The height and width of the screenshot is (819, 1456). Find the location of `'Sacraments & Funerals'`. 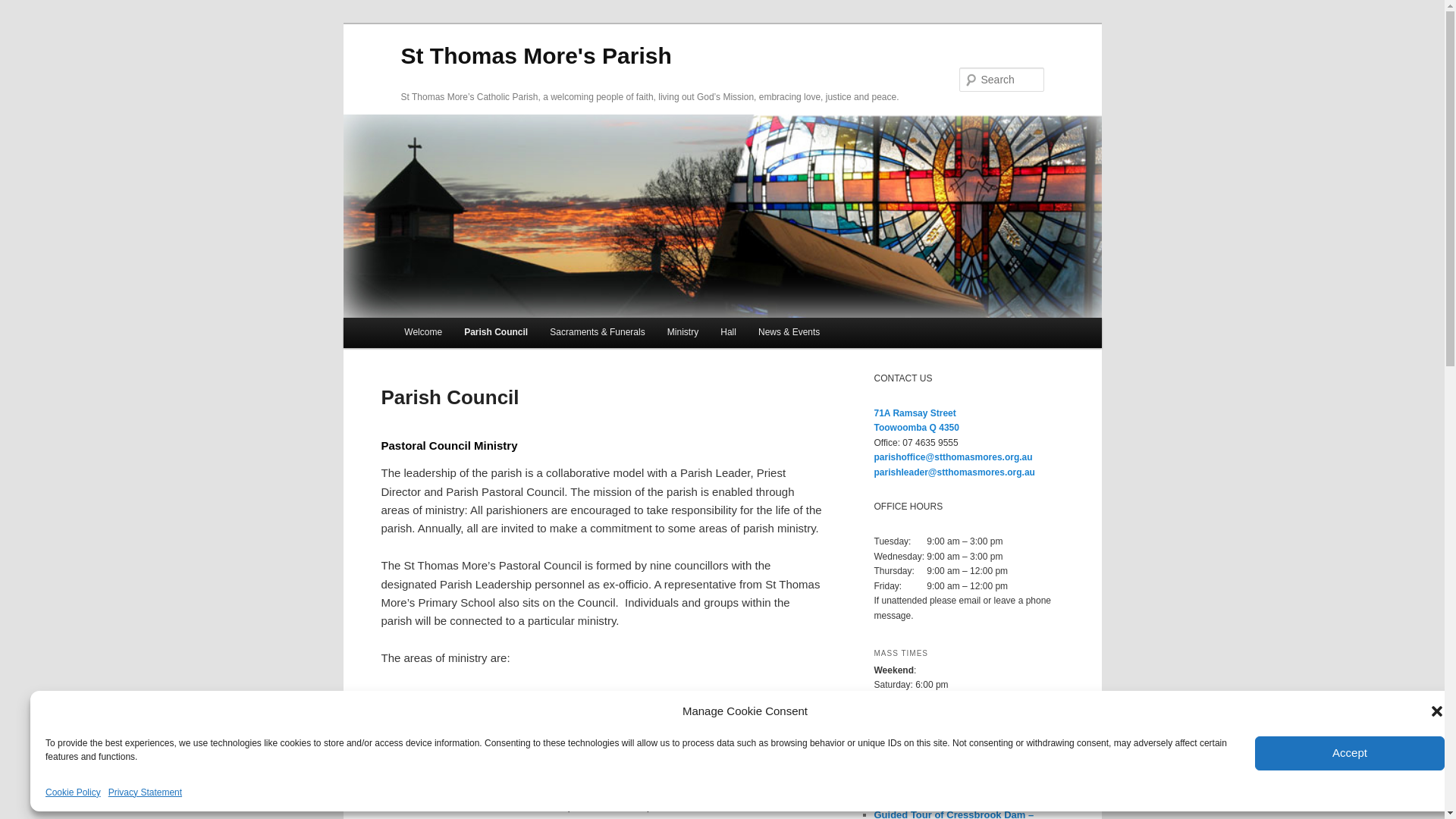

'Sacraments & Funerals' is located at coordinates (596, 332).